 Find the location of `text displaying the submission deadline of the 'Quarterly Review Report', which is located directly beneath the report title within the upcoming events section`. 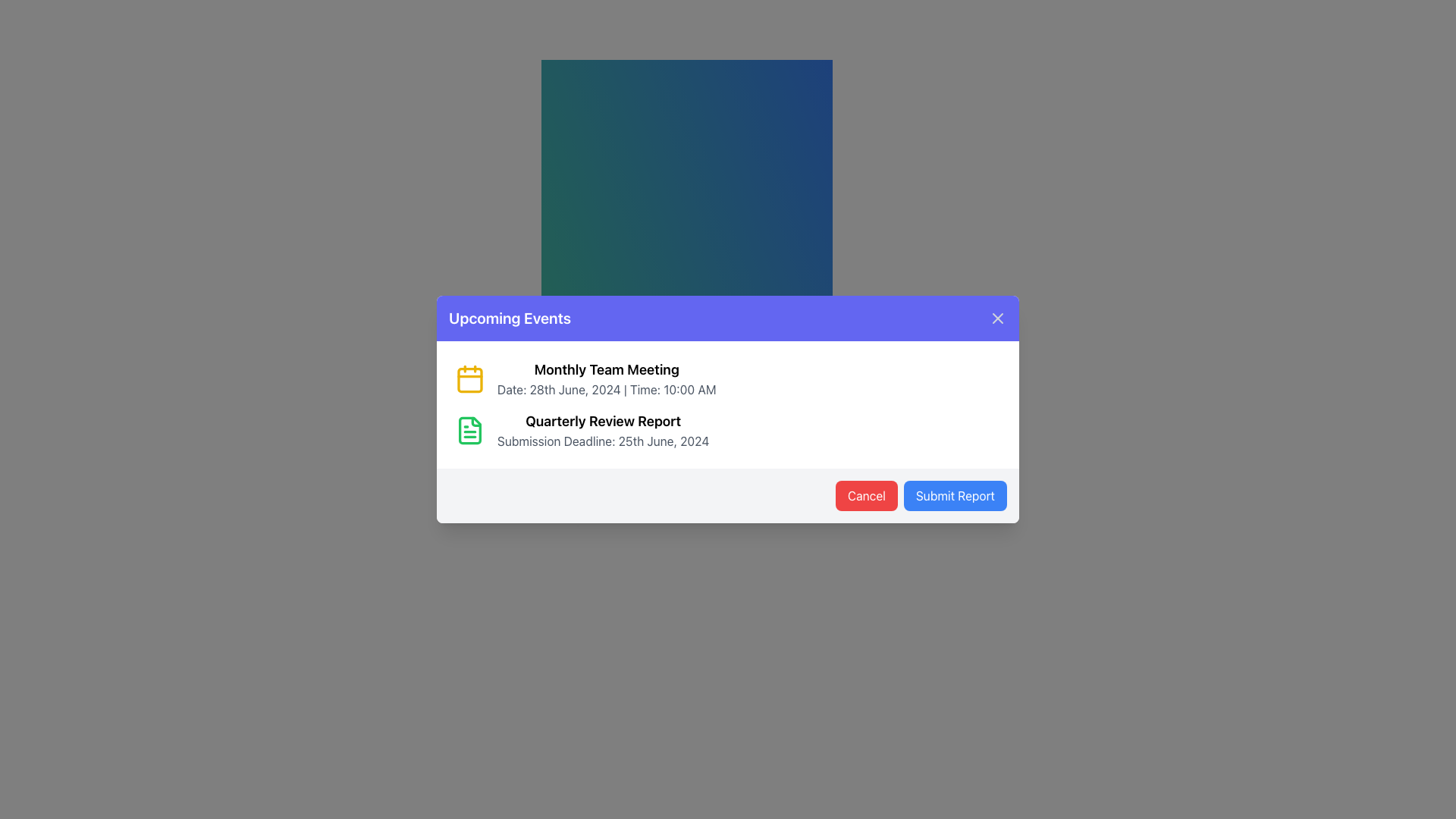

text displaying the submission deadline of the 'Quarterly Review Report', which is located directly beneath the report title within the upcoming events section is located at coordinates (602, 441).